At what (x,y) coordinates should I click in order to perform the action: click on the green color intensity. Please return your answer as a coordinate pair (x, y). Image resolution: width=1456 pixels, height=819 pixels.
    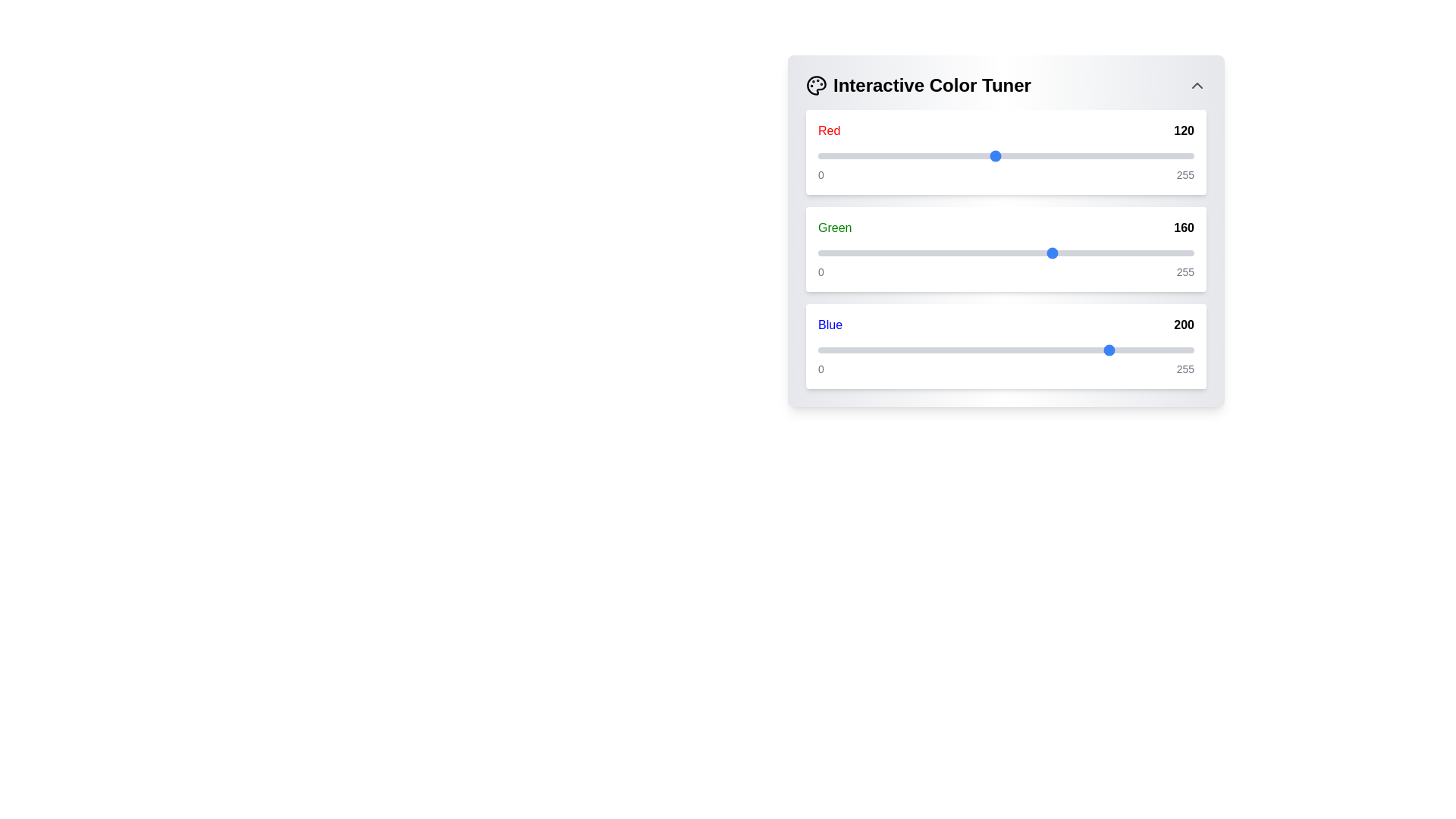
    Looking at the image, I should click on (950, 253).